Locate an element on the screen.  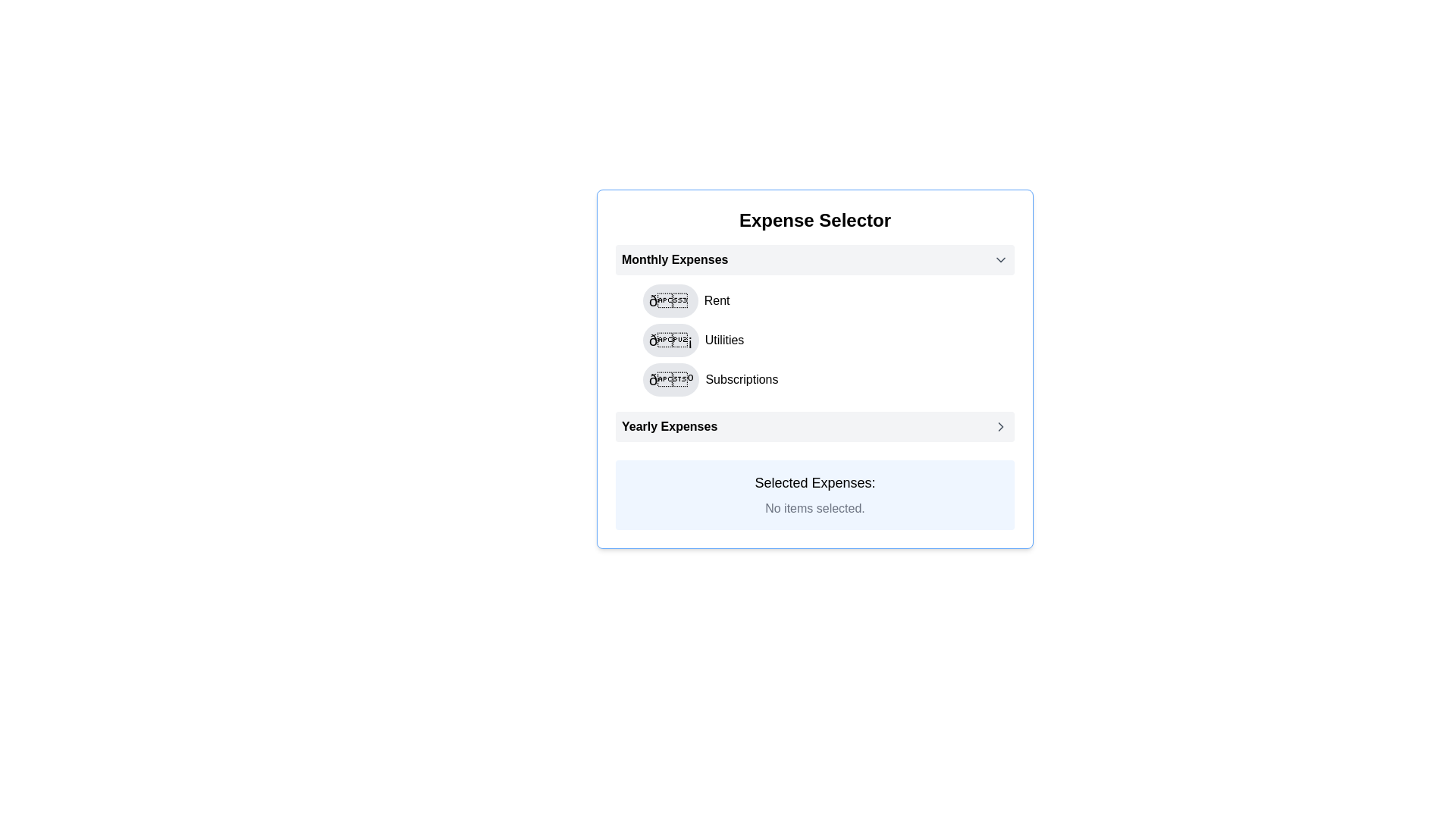
the 'Utilities' text label, which is the second textual label under the 'Monthly Expenses' section is located at coordinates (723, 339).